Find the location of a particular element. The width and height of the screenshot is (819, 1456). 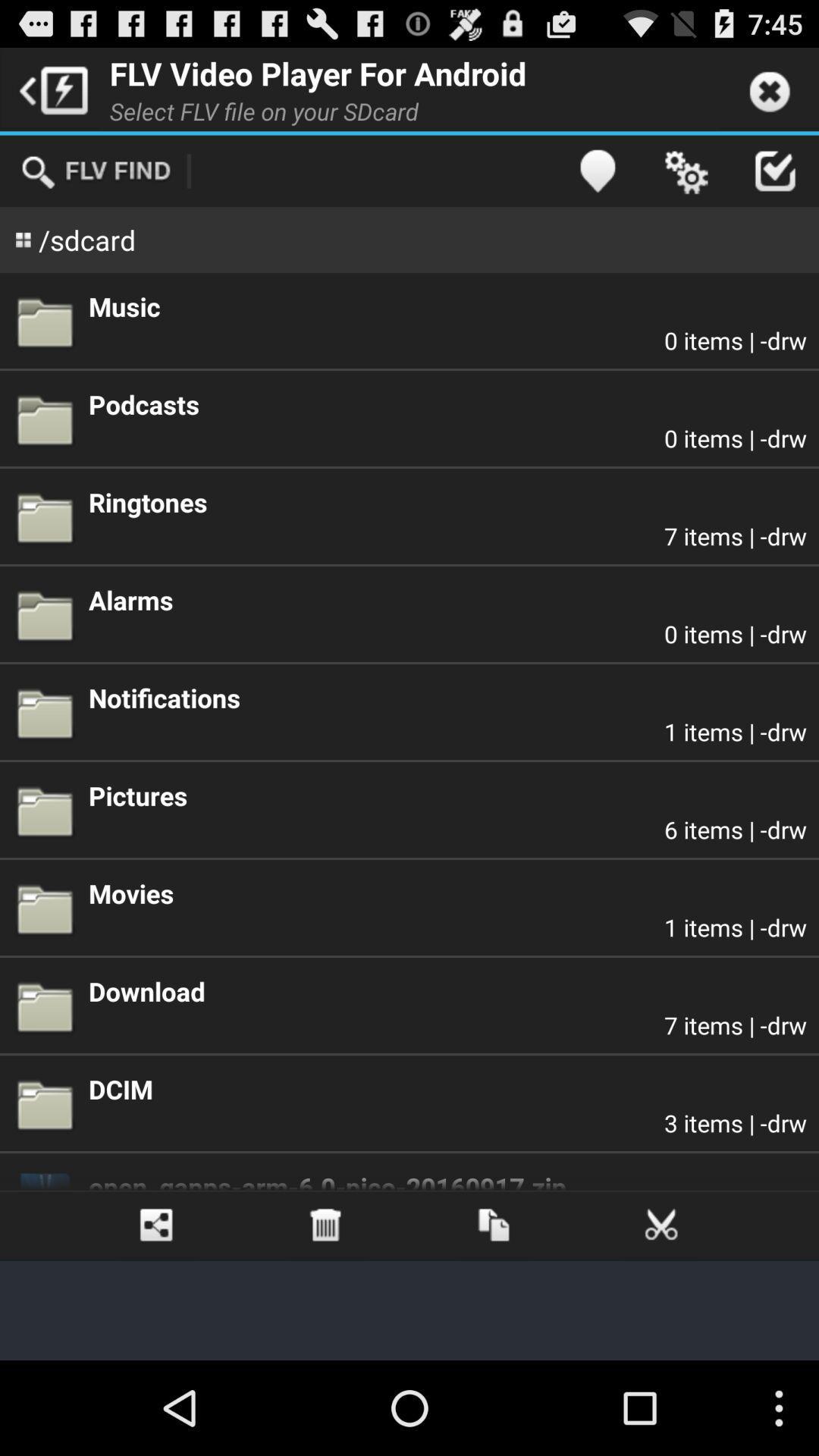

item below 6 items | -drw item is located at coordinates (447, 893).